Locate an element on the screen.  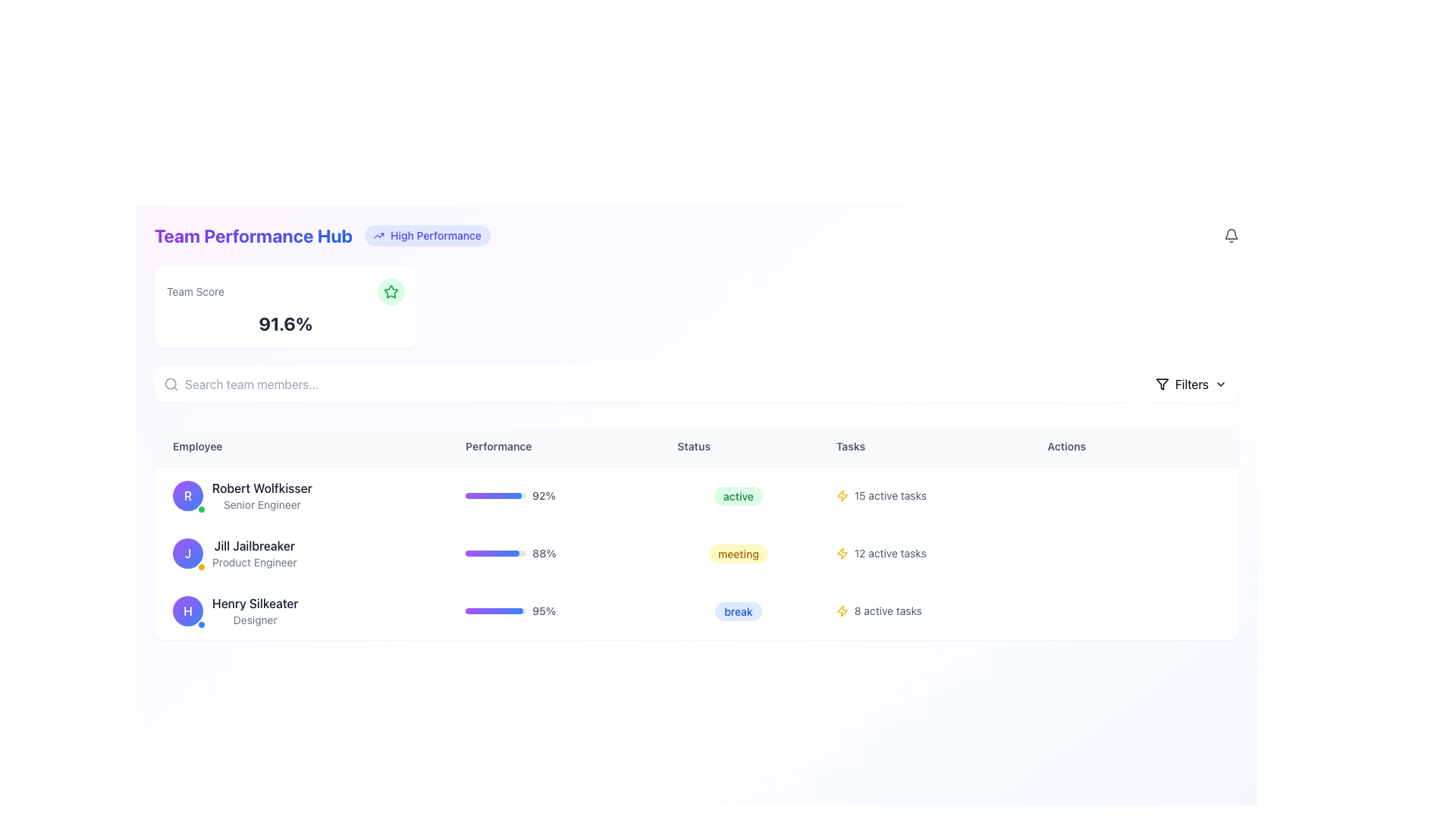
the decorative chevron-down icon located at the top-right corner of the interface is located at coordinates (1220, 383).